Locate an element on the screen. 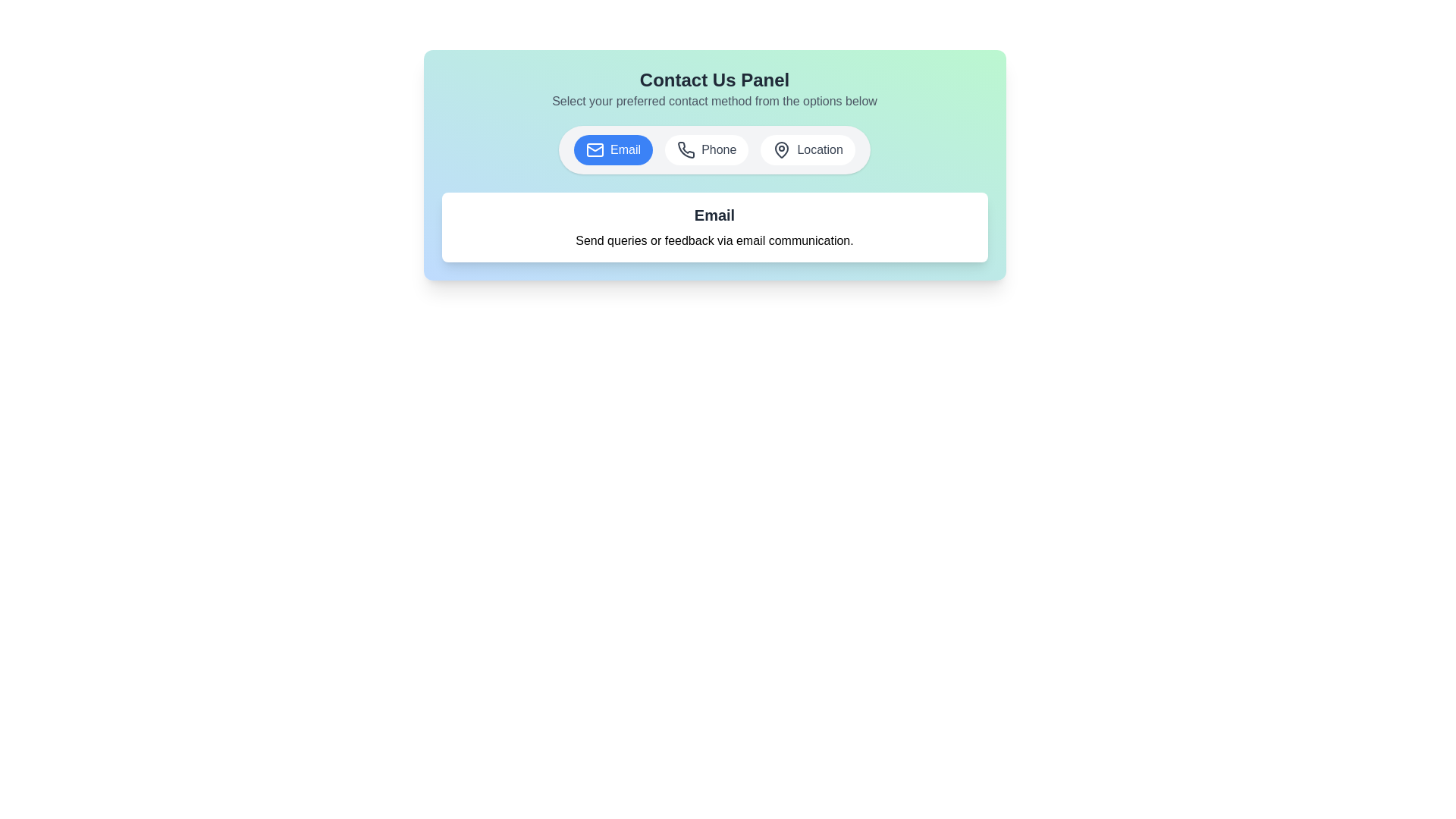 The image size is (1456, 819). the Informational panel with a white background that contains the heading 'Email' and the description 'Send queries or feedback via email communication.' is located at coordinates (714, 227).